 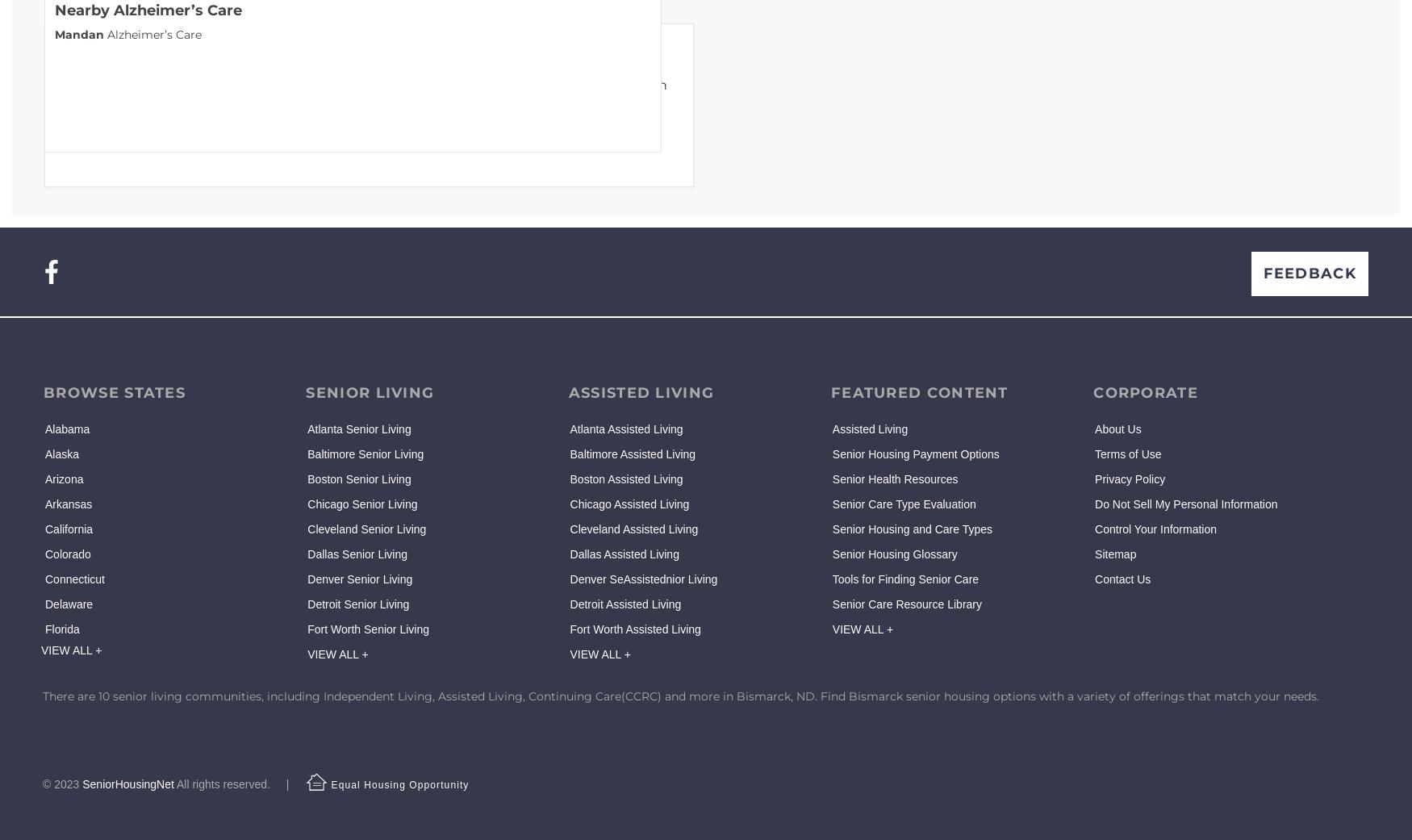 I want to click on 'Terms of Use', so click(x=1127, y=453).